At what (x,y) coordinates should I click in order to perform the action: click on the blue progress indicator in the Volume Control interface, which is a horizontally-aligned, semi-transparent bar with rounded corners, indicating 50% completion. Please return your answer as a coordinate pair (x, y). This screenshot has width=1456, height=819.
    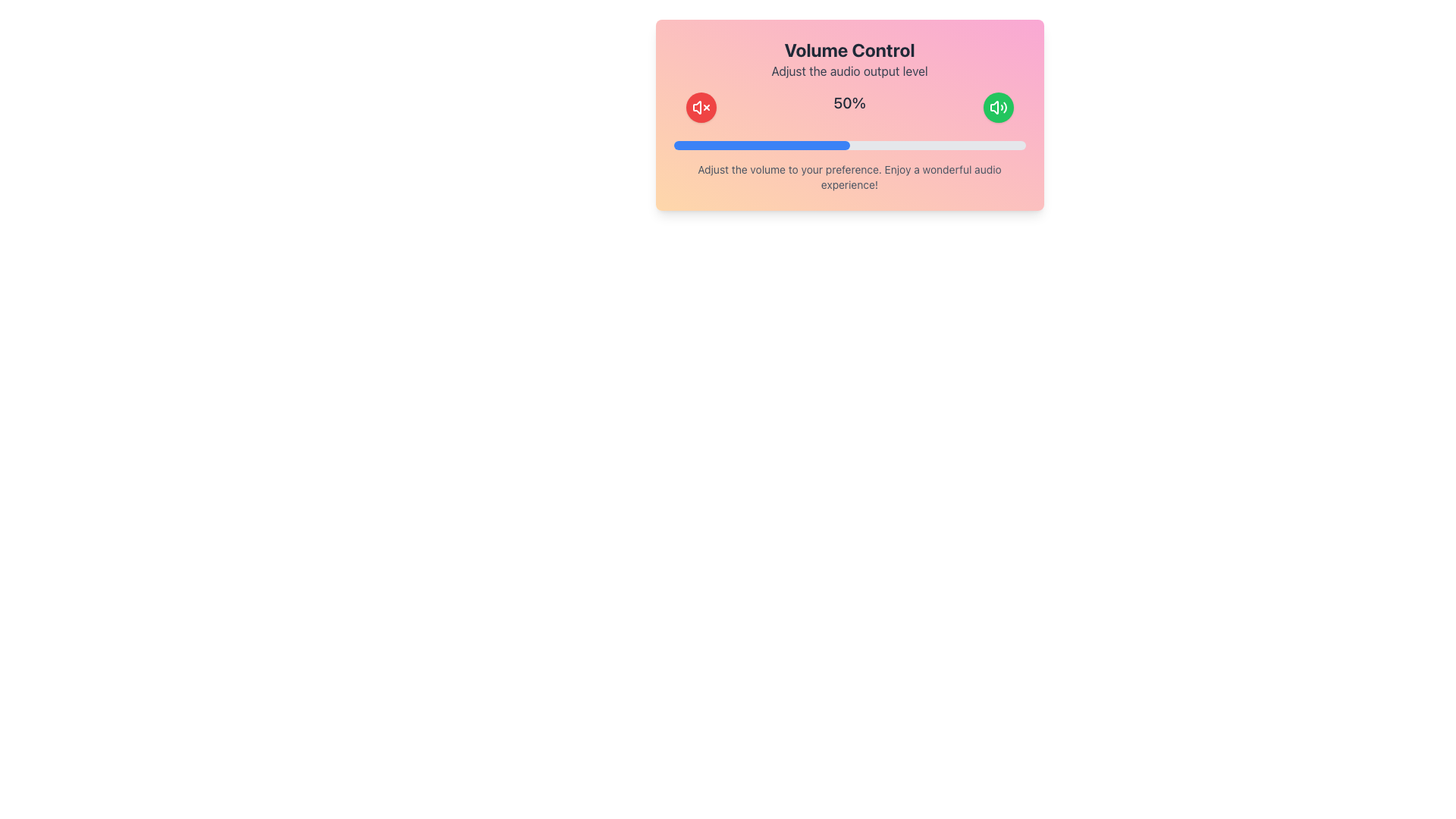
    Looking at the image, I should click on (761, 146).